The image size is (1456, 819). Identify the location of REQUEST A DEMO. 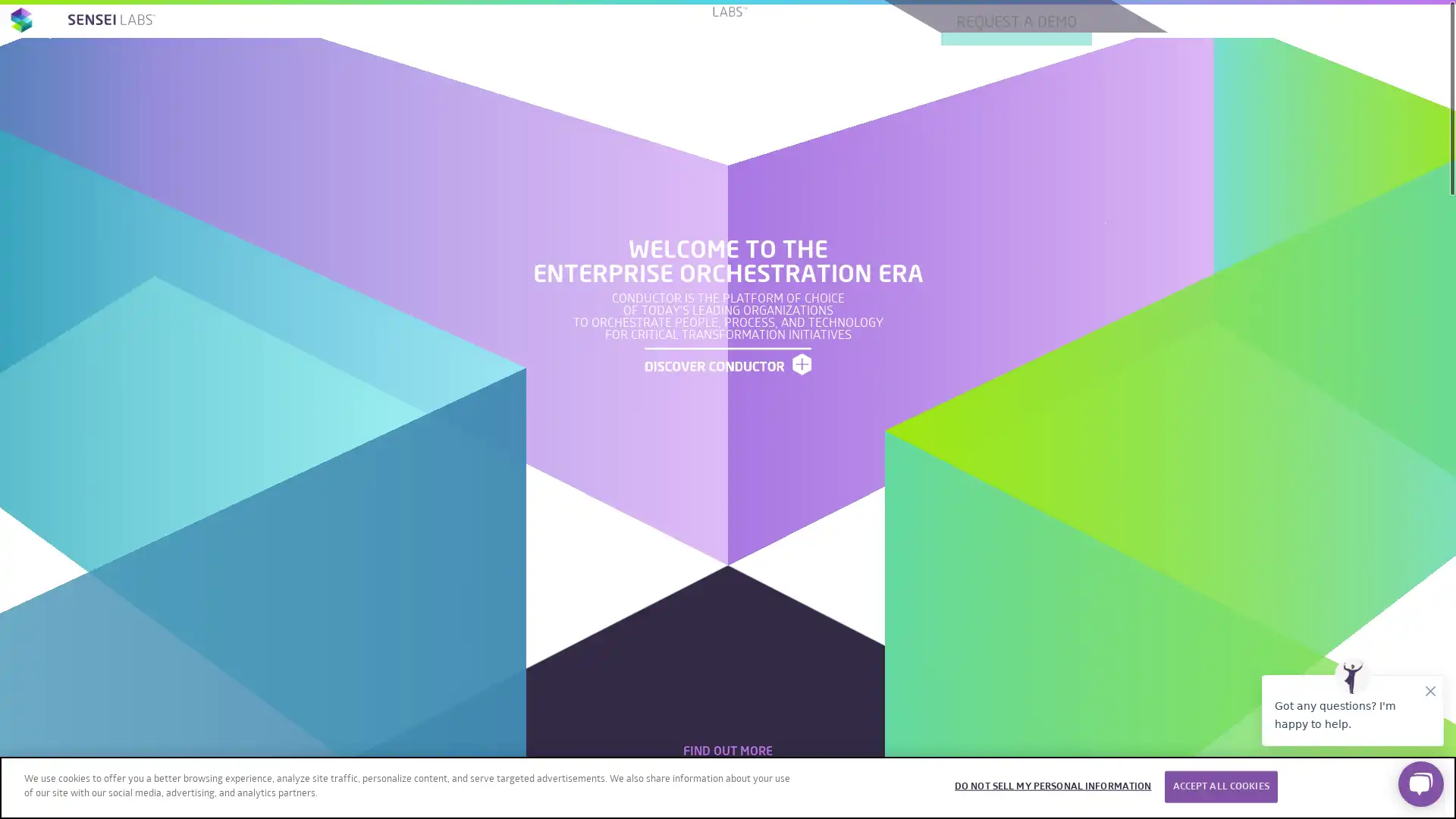
(851, 626).